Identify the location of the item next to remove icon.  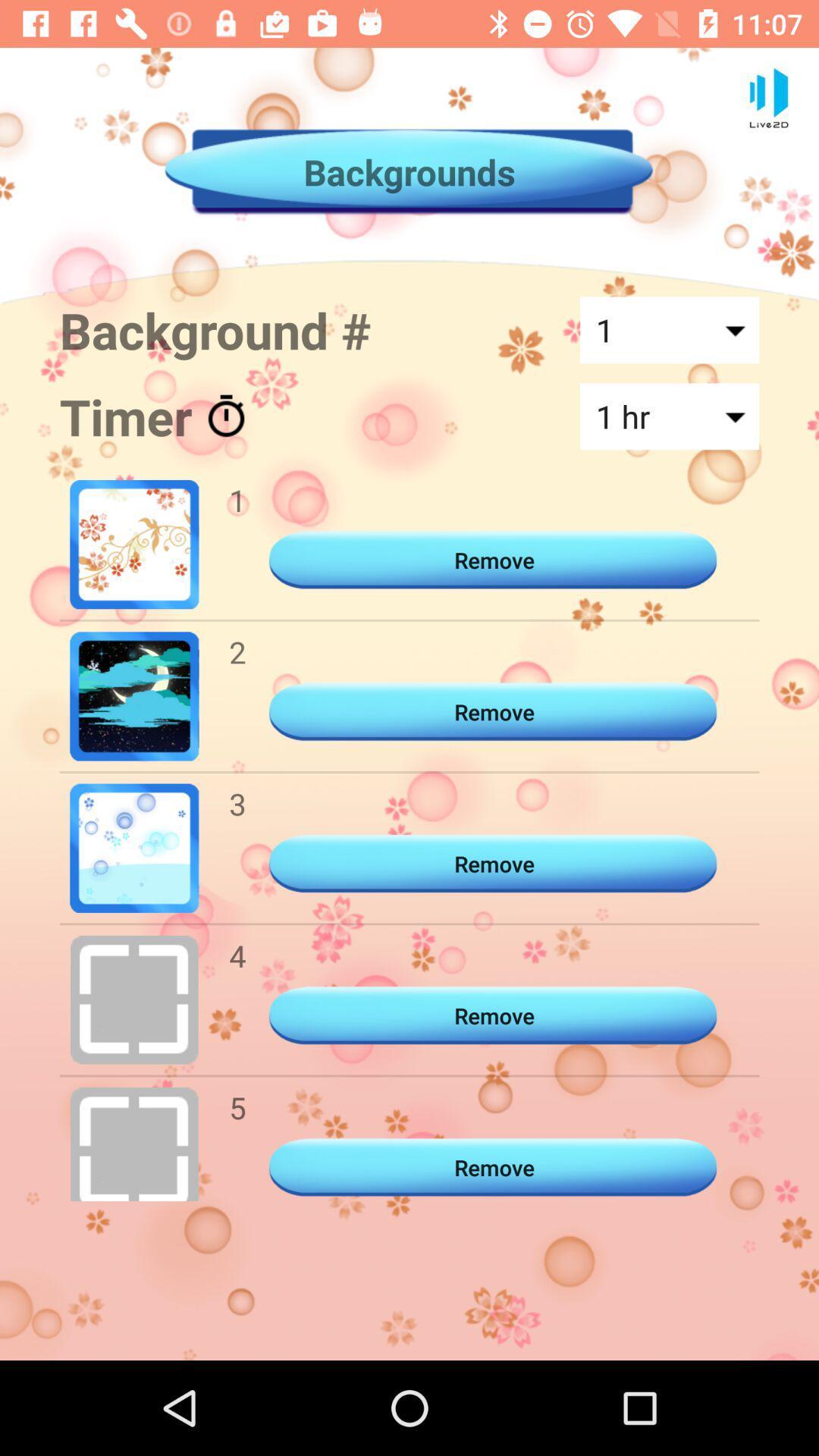
(237, 955).